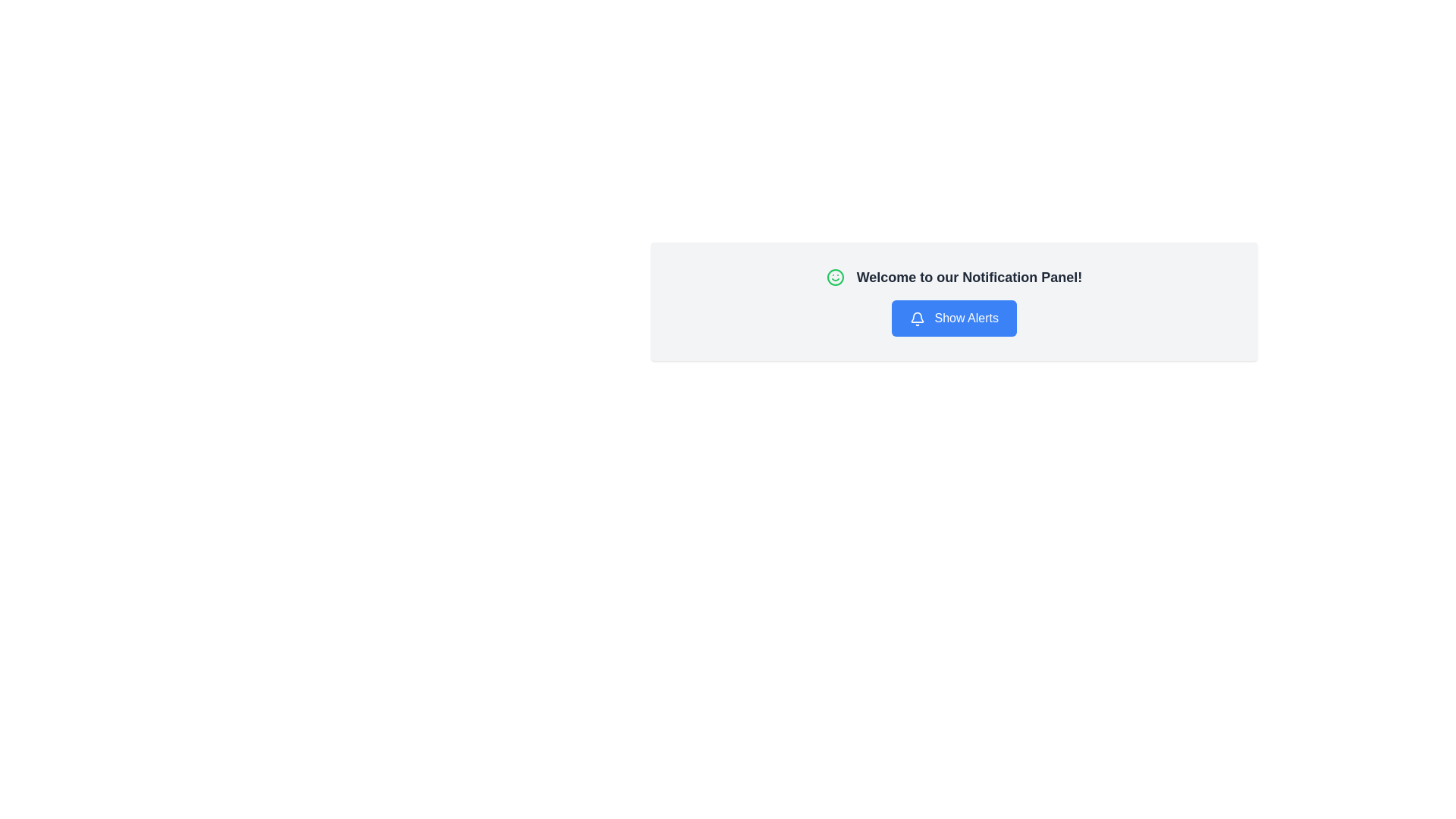 This screenshot has width=1456, height=819. I want to click on the green circular decorative element (SVG circle) located within the smiley icon in the notification panel, so click(834, 278).